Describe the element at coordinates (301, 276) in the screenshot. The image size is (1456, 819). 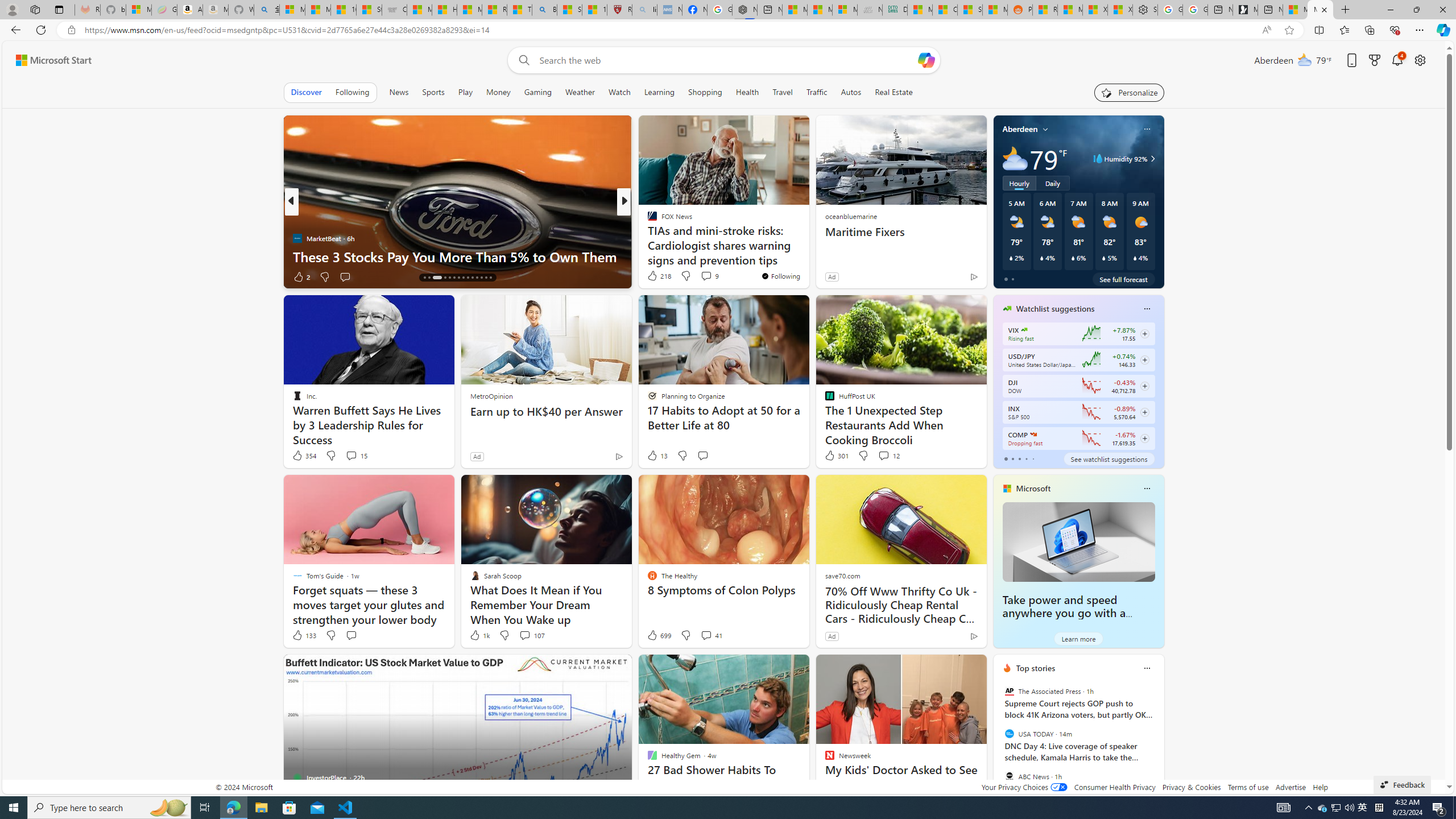
I see `'2 Like'` at that location.